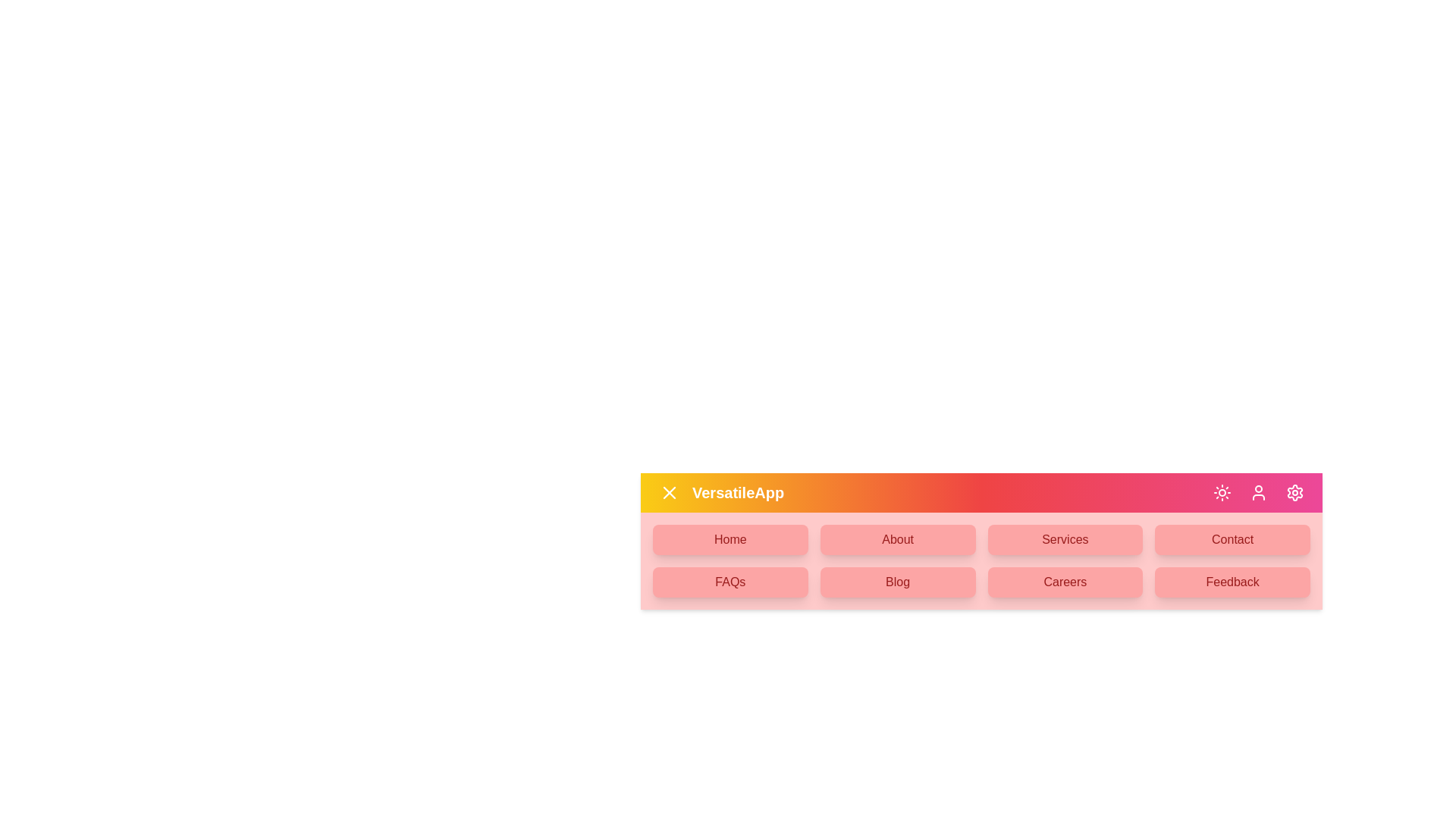 The image size is (1456, 819). I want to click on the Settings icon on the right side of the app bar, so click(1294, 493).